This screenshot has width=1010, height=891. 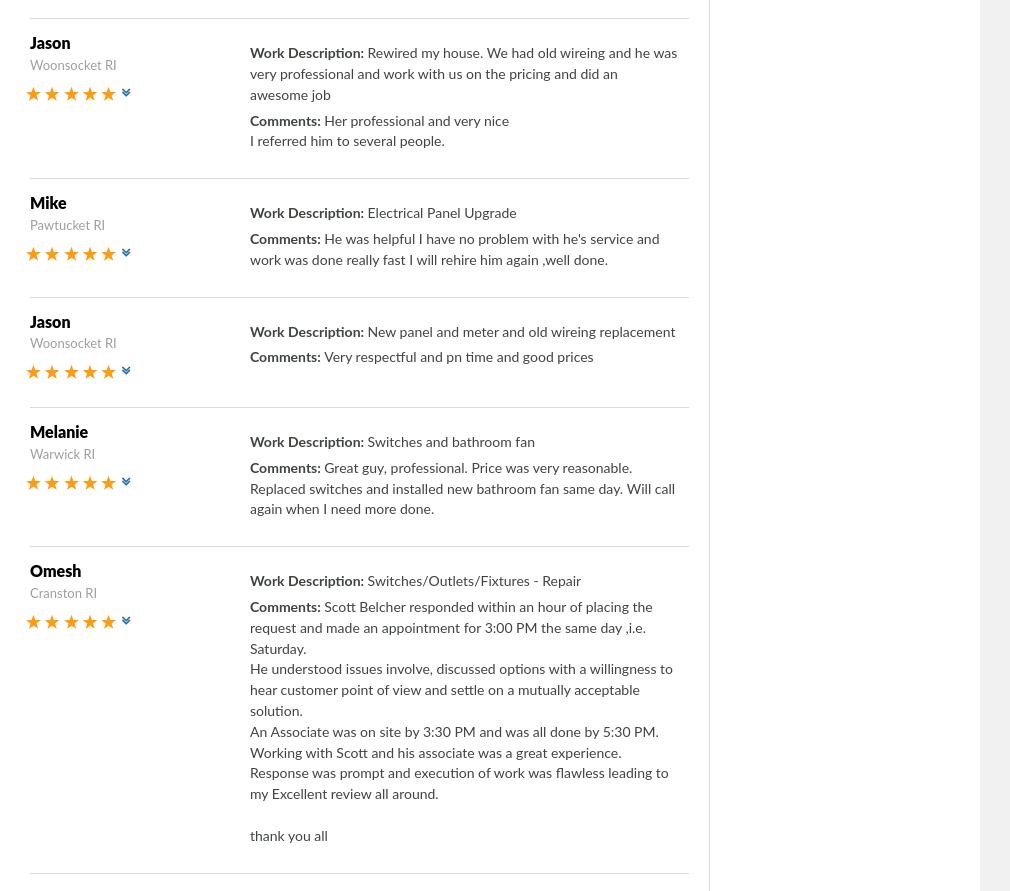 I want to click on 'Scott Belcher responded within an hour of placing the request and made an appointment for 3:00 PM the same day ,i.e. Saturday.', so click(x=450, y=626).